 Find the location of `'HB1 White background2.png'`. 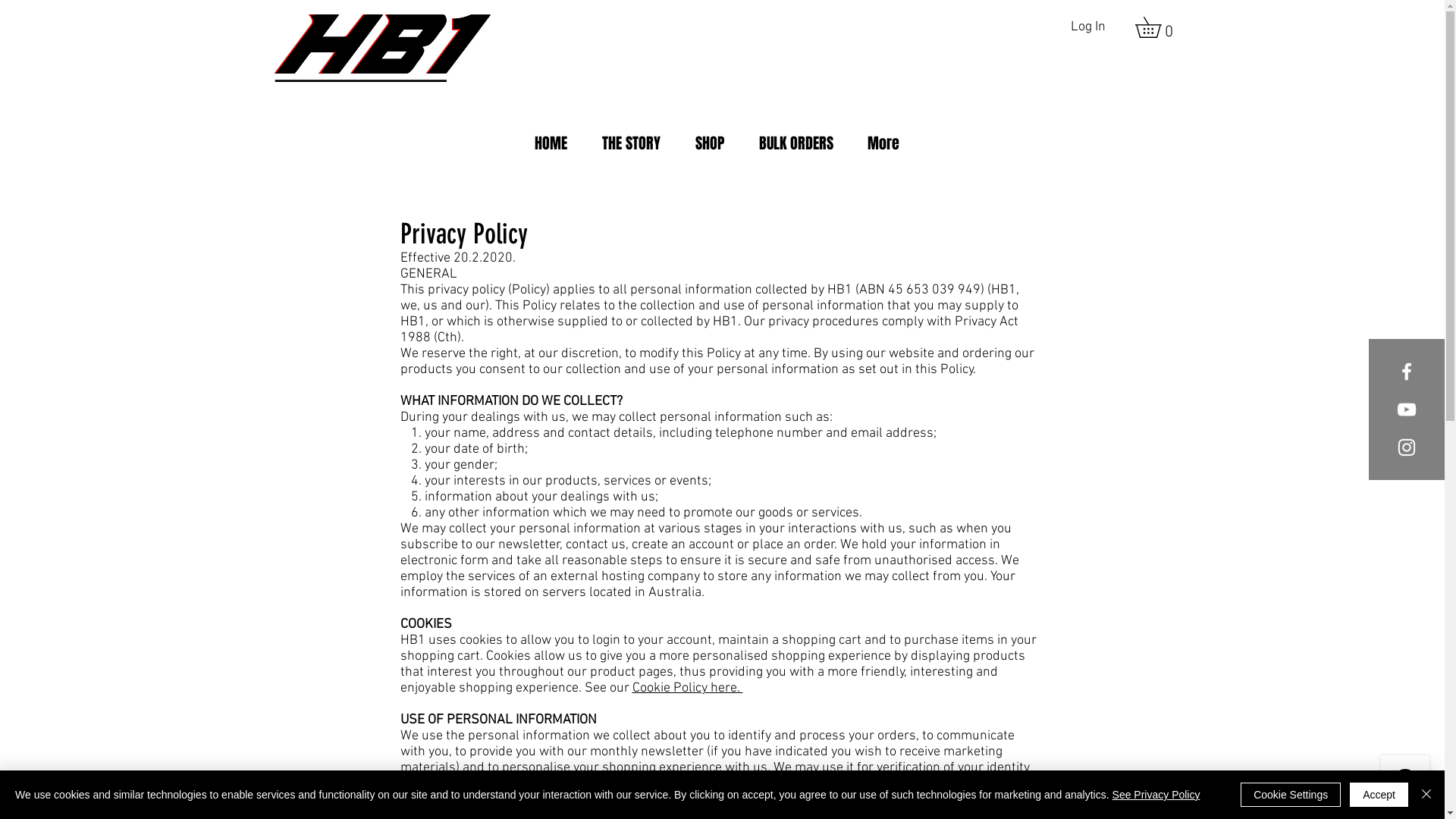

'HB1 White background2.png' is located at coordinates (382, 48).